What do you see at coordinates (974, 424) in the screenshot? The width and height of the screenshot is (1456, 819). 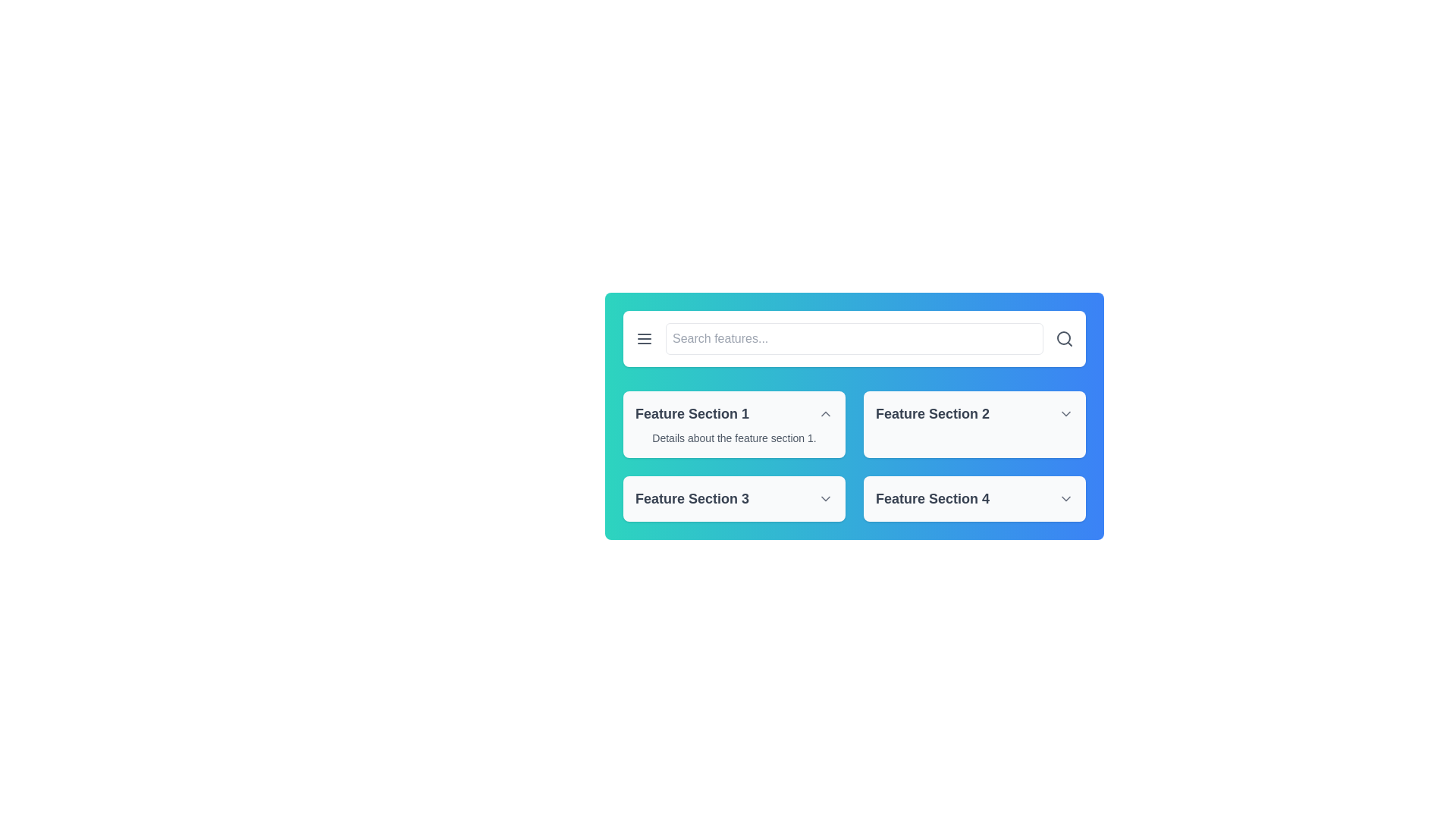 I see `the chevron icon on the second Card or Section Header in the grid layout` at bounding box center [974, 424].